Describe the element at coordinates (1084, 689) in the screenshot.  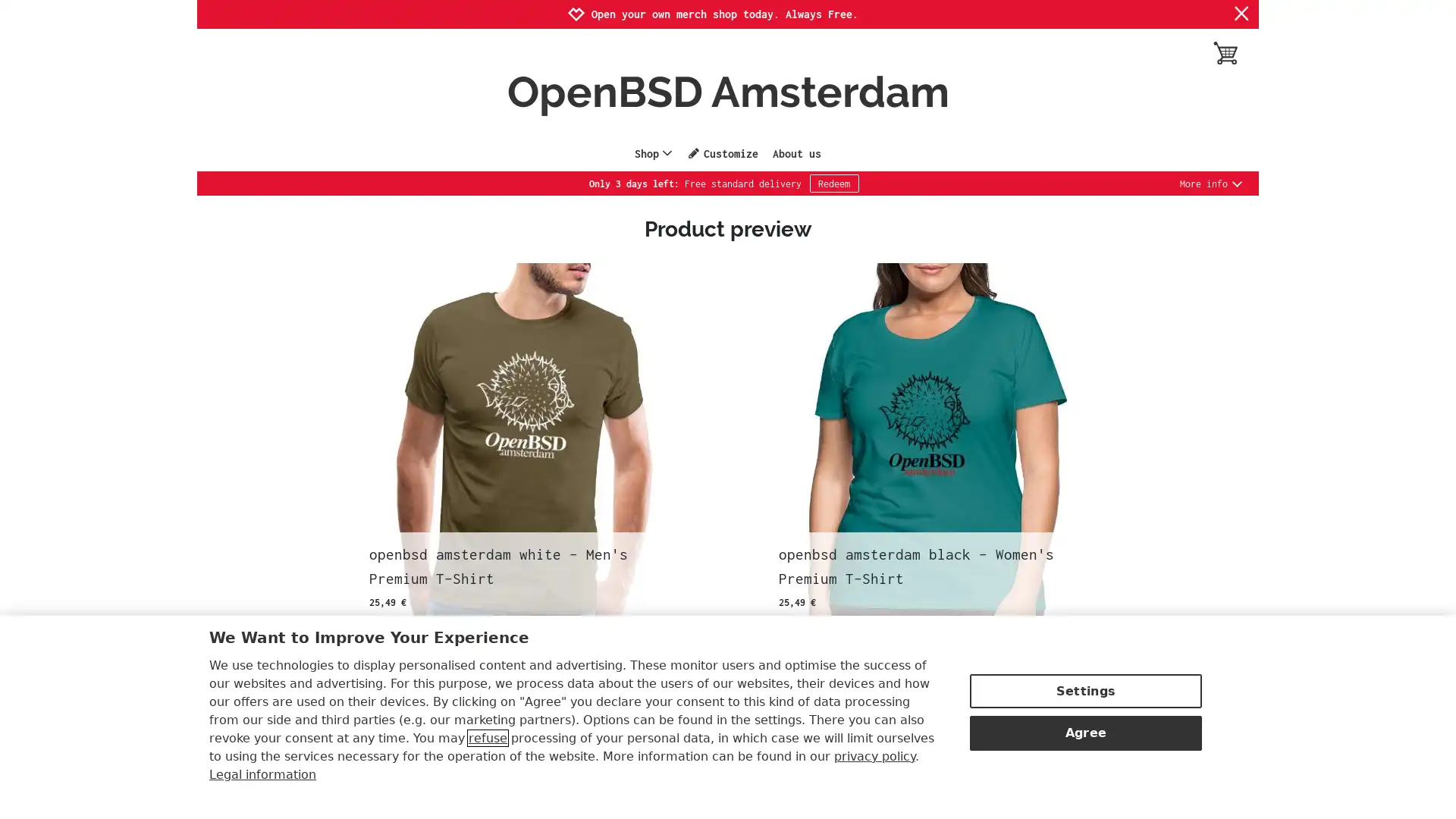
I see `Settings` at that location.